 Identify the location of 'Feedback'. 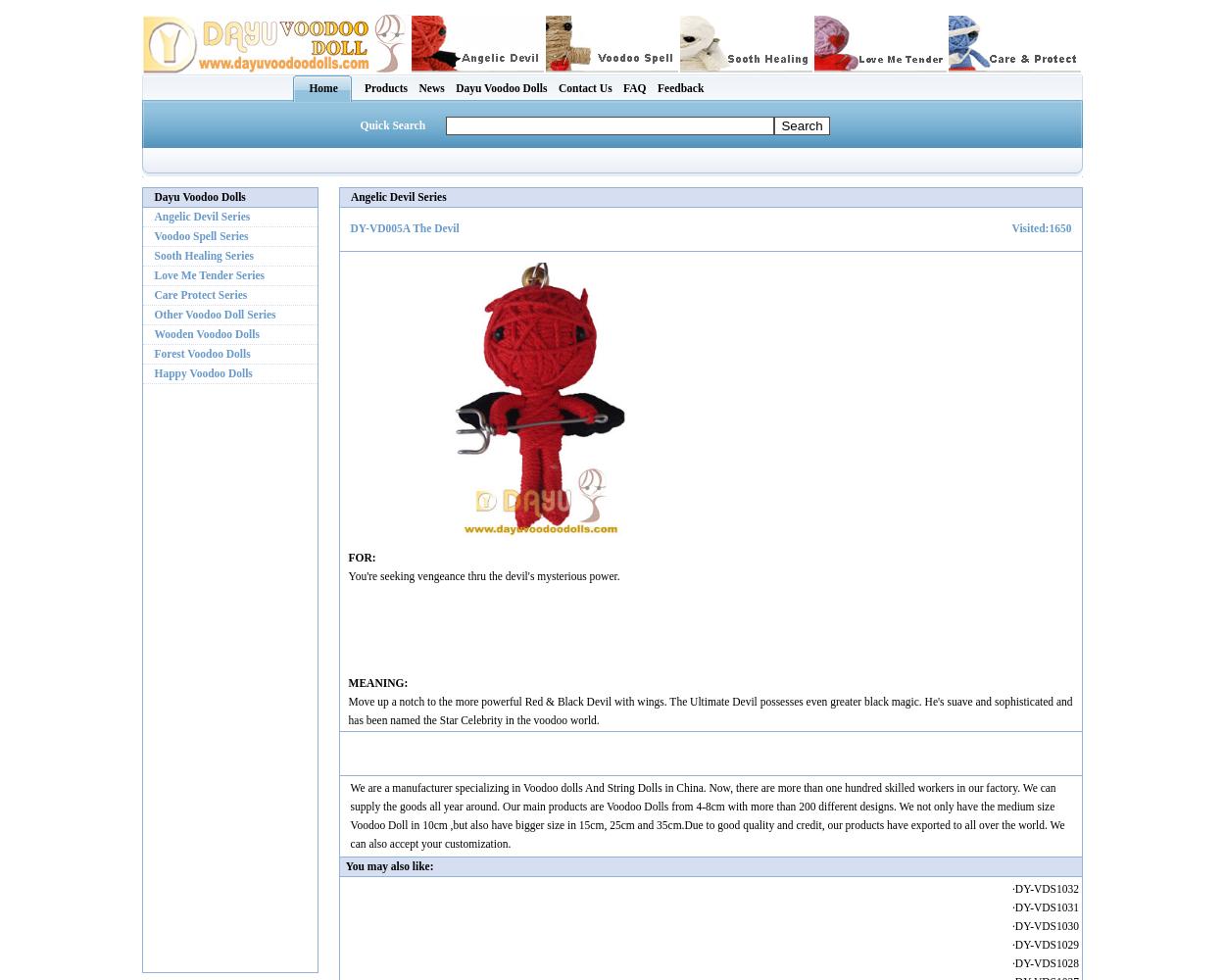
(679, 86).